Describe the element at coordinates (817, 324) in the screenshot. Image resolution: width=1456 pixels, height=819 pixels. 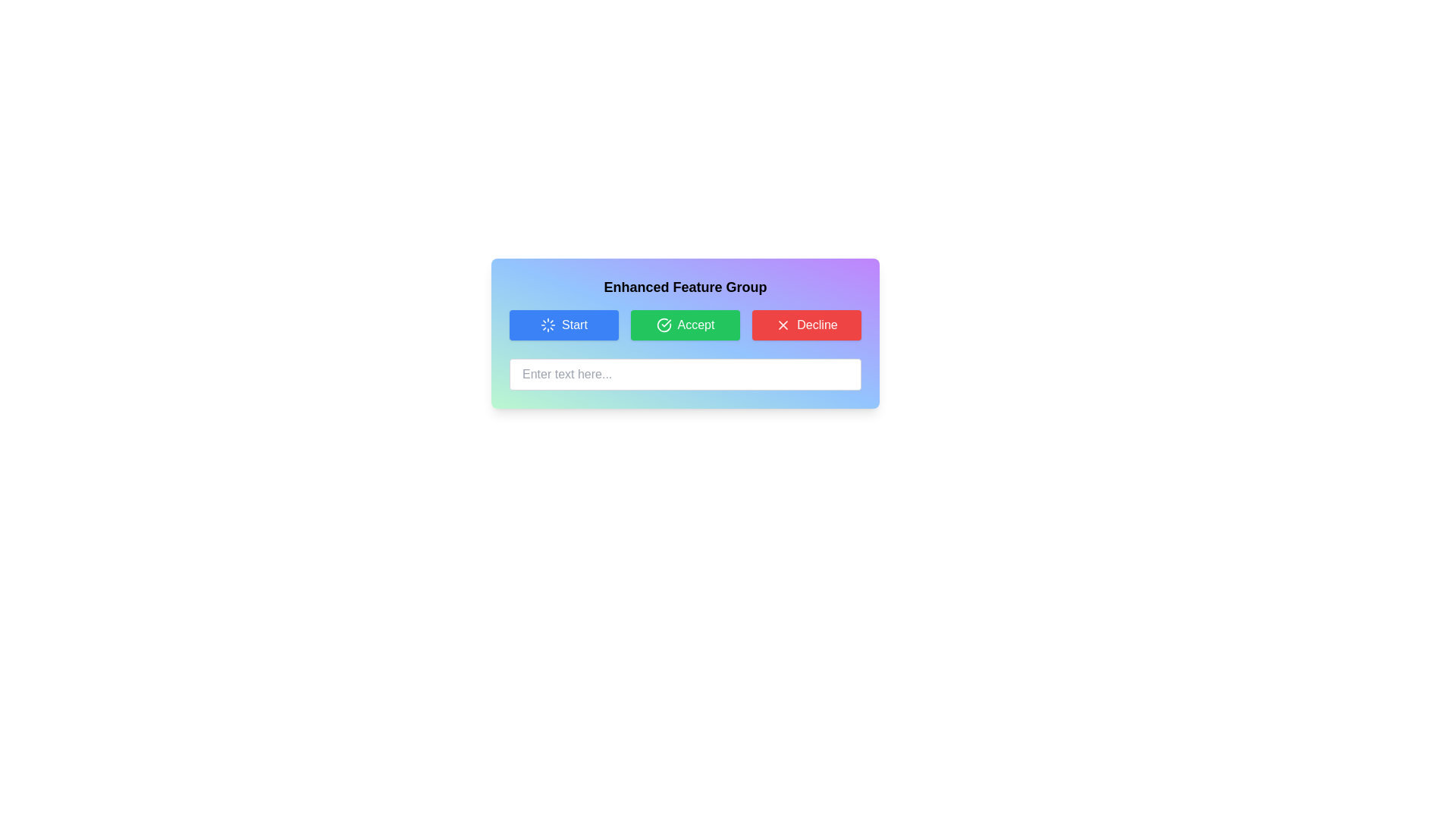
I see `the 'Decline' text label, which is part of a button with a red background and rounded appearance, located to the right of the buttons labeled 'Start' and 'Accept'` at that location.